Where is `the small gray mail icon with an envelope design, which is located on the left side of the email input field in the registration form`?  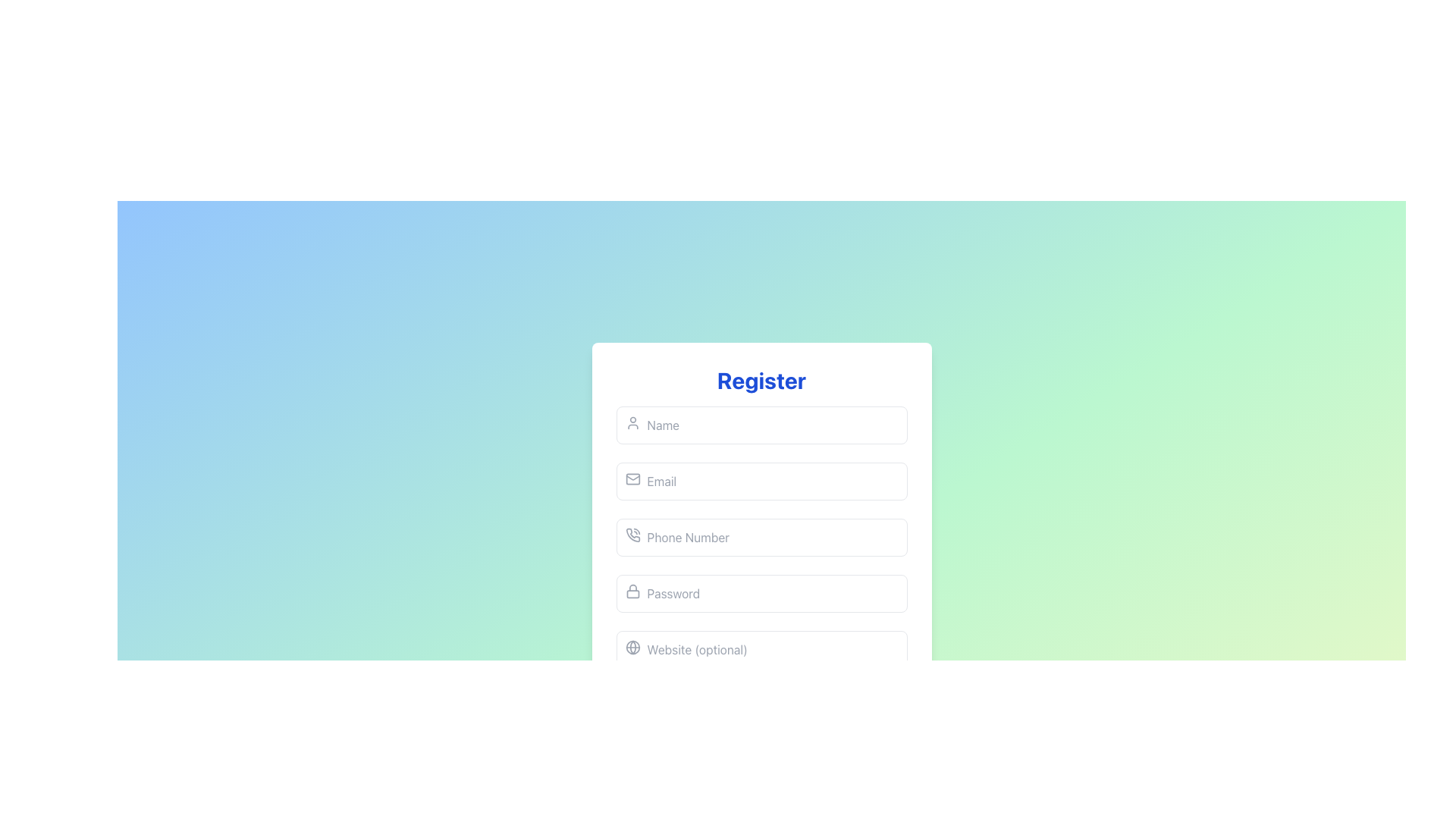 the small gray mail icon with an envelope design, which is located on the left side of the email input field in the registration form is located at coordinates (632, 479).